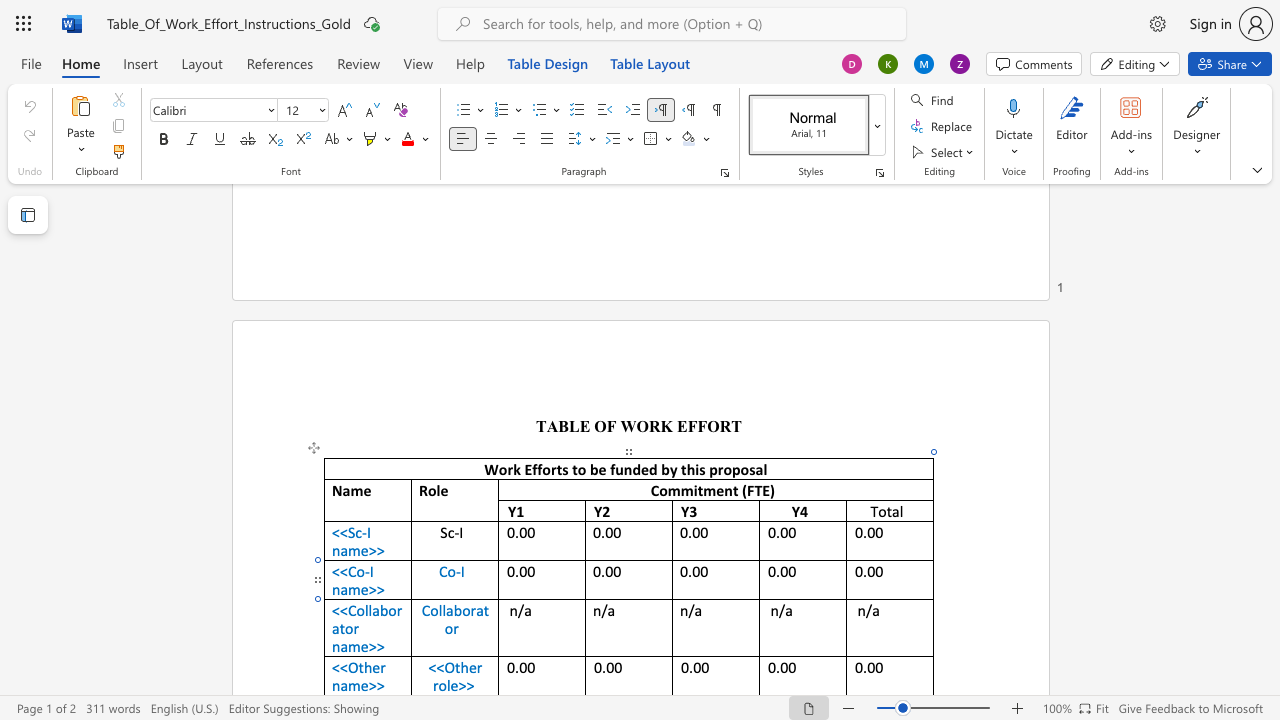  Describe the element at coordinates (340, 684) in the screenshot. I see `the space between the continuous character "n" and "a" in the text` at that location.